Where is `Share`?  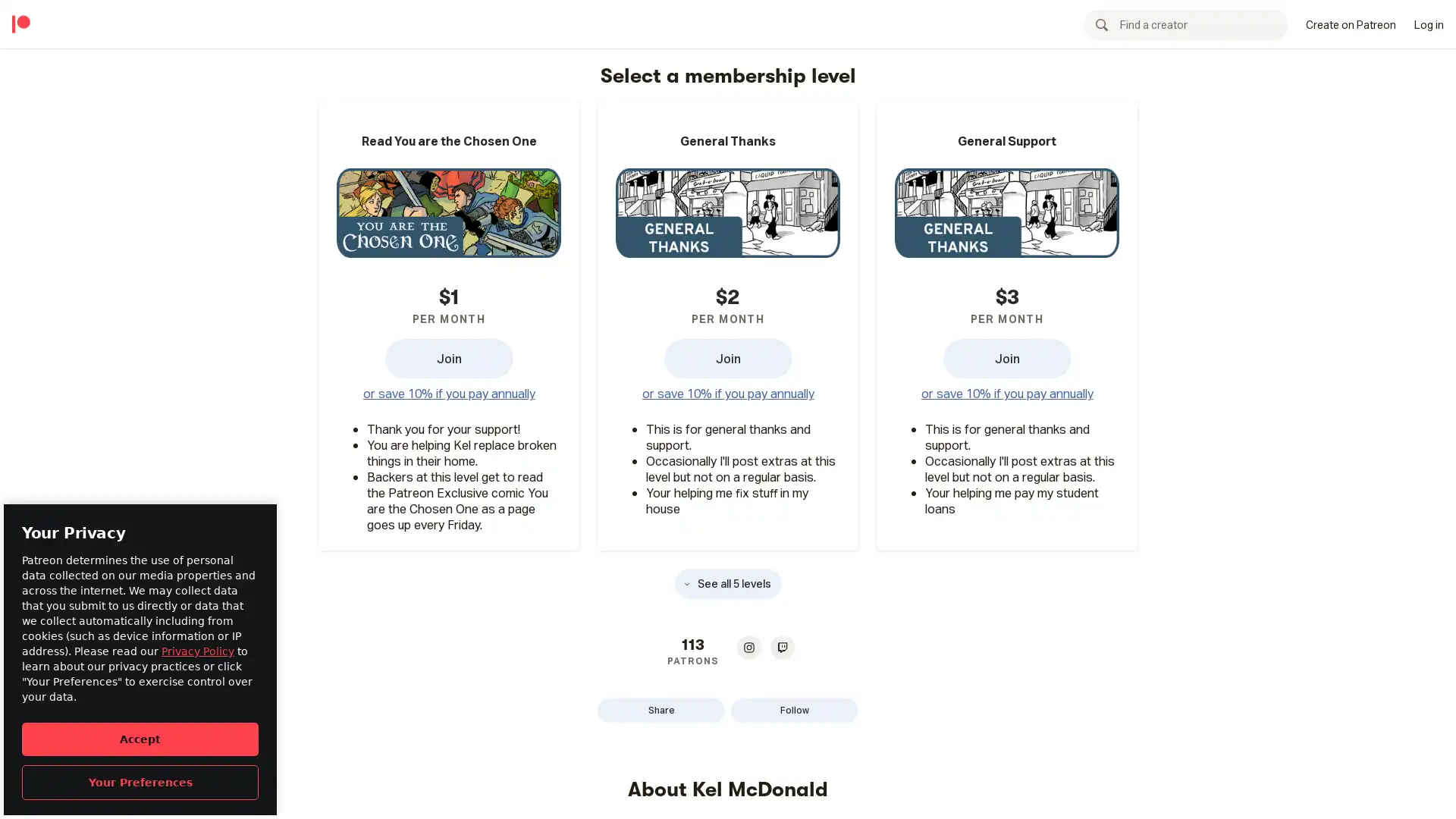 Share is located at coordinates (661, 710).